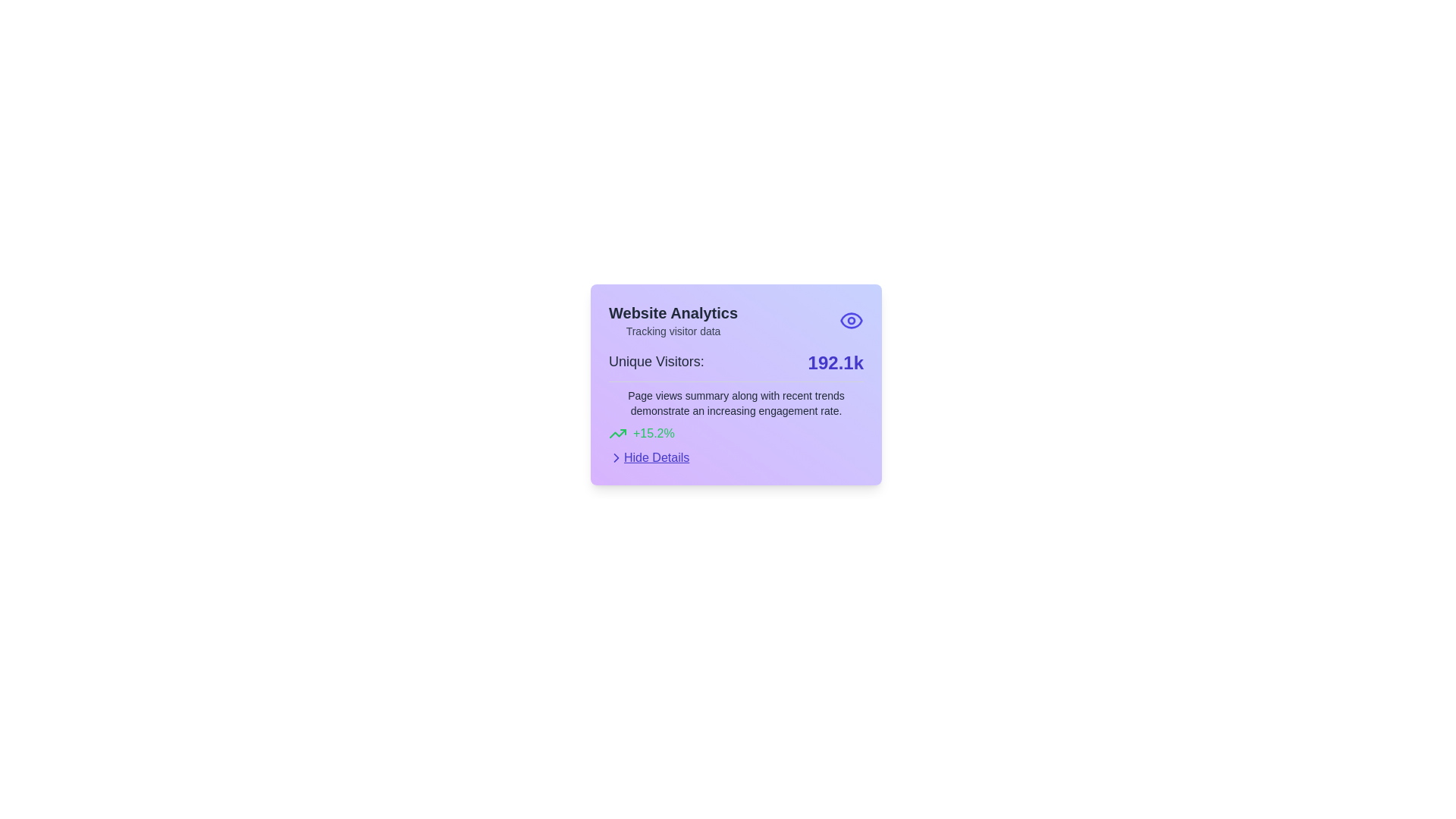 The height and width of the screenshot is (819, 1456). Describe the element at coordinates (616, 457) in the screenshot. I see `the right-chevron icon` at that location.